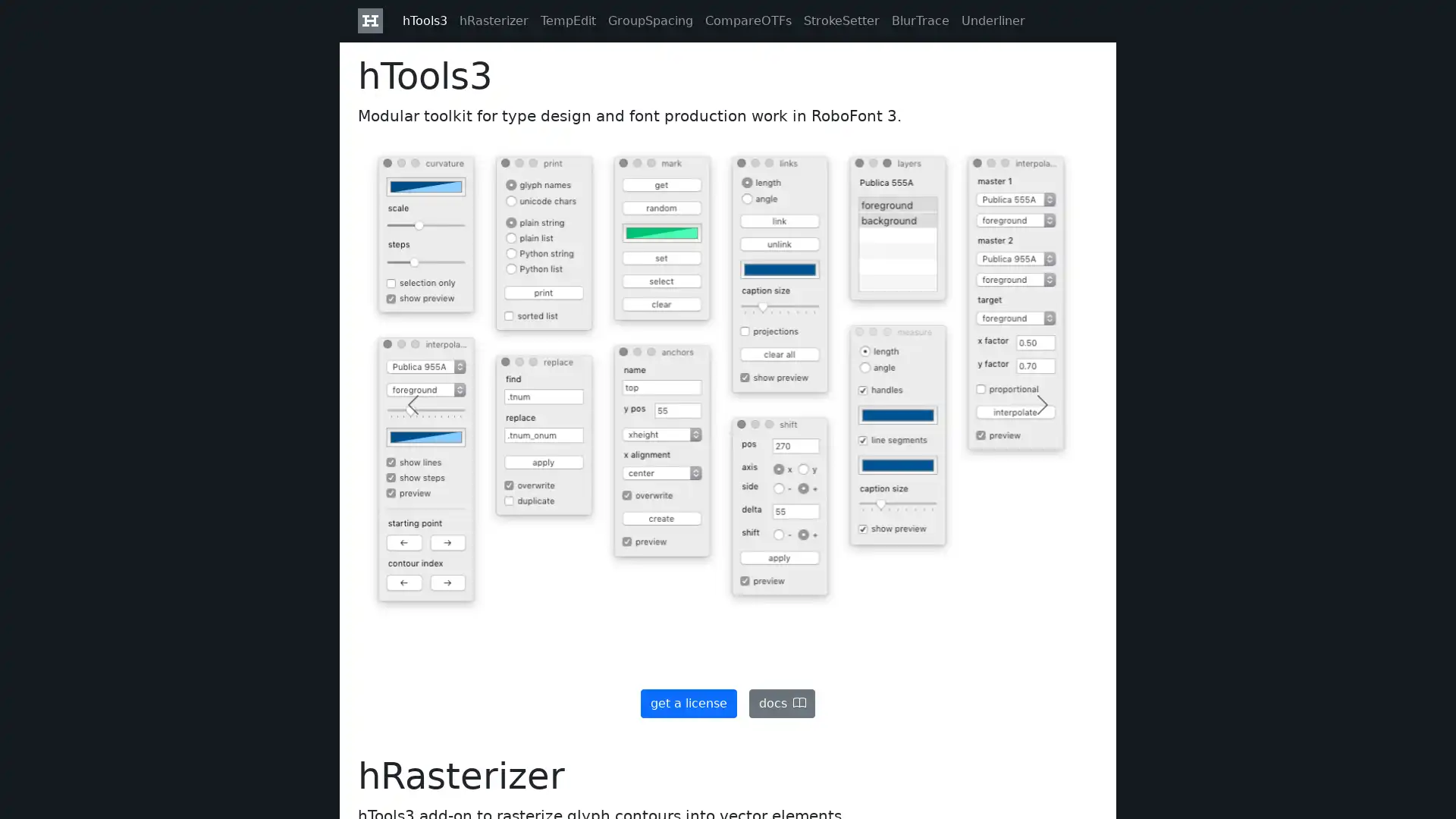 This screenshot has width=1456, height=819. I want to click on Next, so click(1041, 403).